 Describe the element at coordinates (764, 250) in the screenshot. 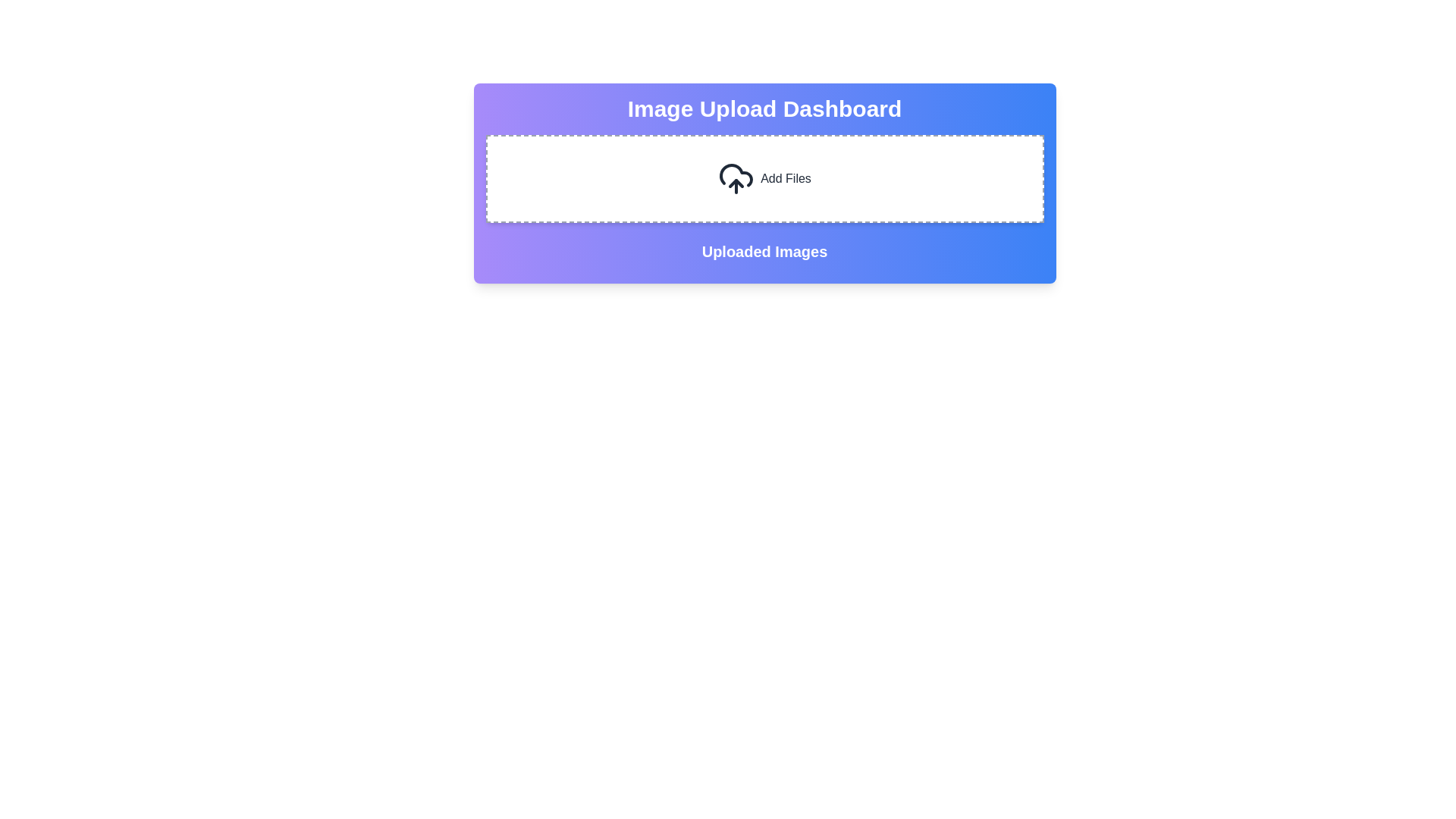

I see `the header text element that reads 'Uploaded Images', which is displayed in bold, extra-large white font on a gradient background, located at the center of the section and below the 'Add Files' section` at that location.